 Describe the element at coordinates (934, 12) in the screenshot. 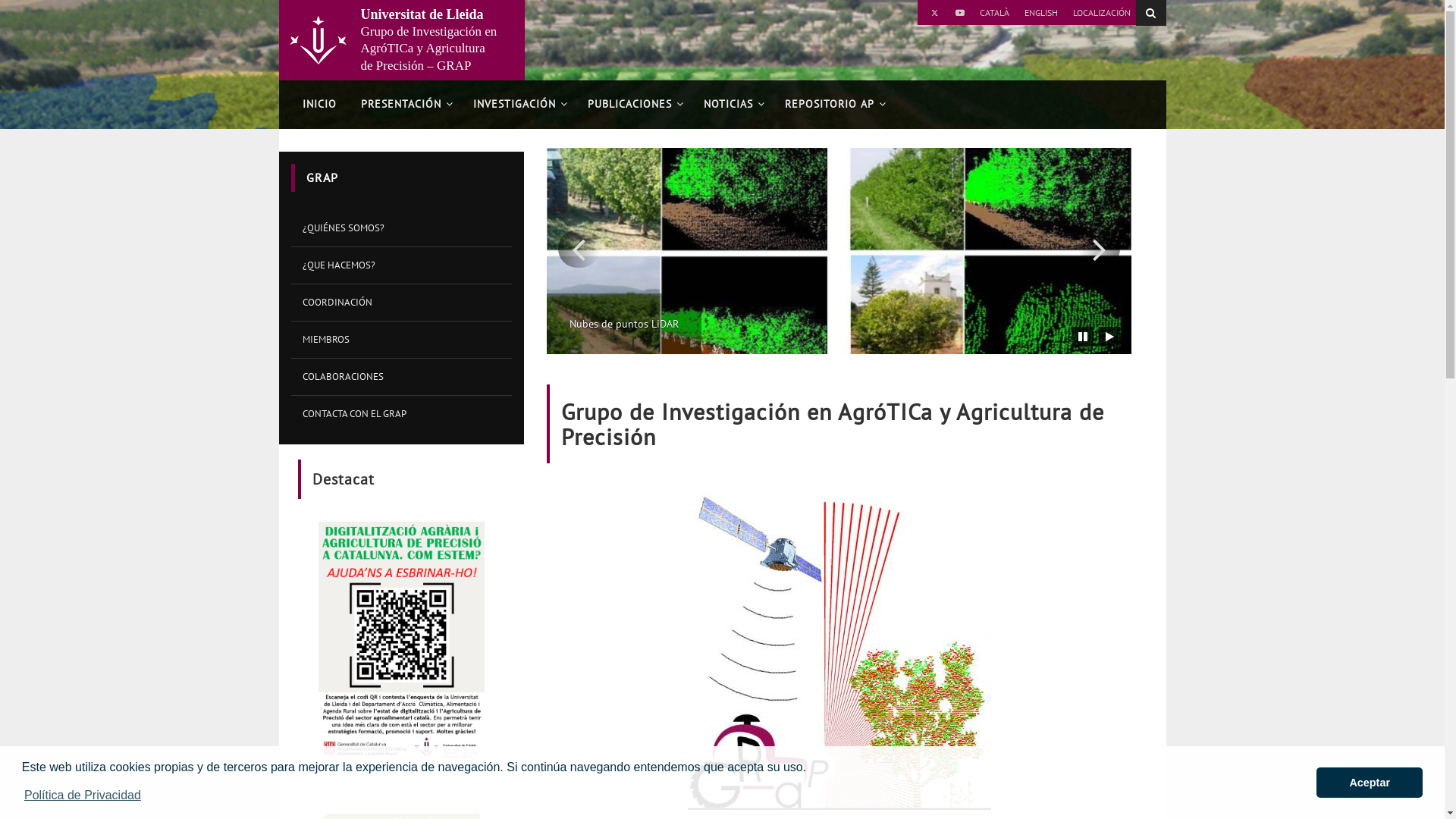

I see `'TWITTER'` at that location.